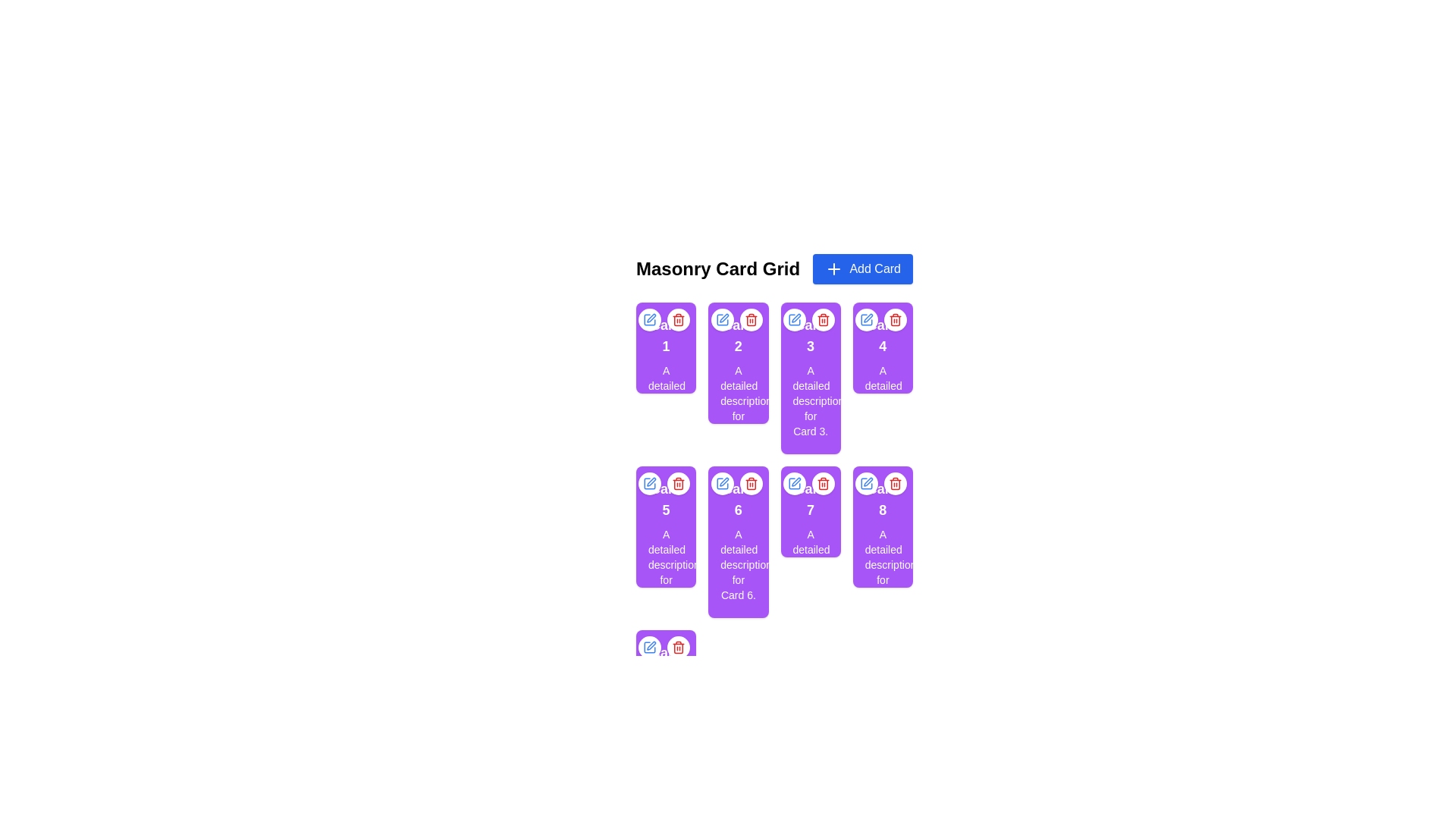  Describe the element at coordinates (664, 318) in the screenshot. I see `the delete icon in the button group located at the top-right corner of the first card labeled 'Card 1' in a grid layout of purple cards` at that location.